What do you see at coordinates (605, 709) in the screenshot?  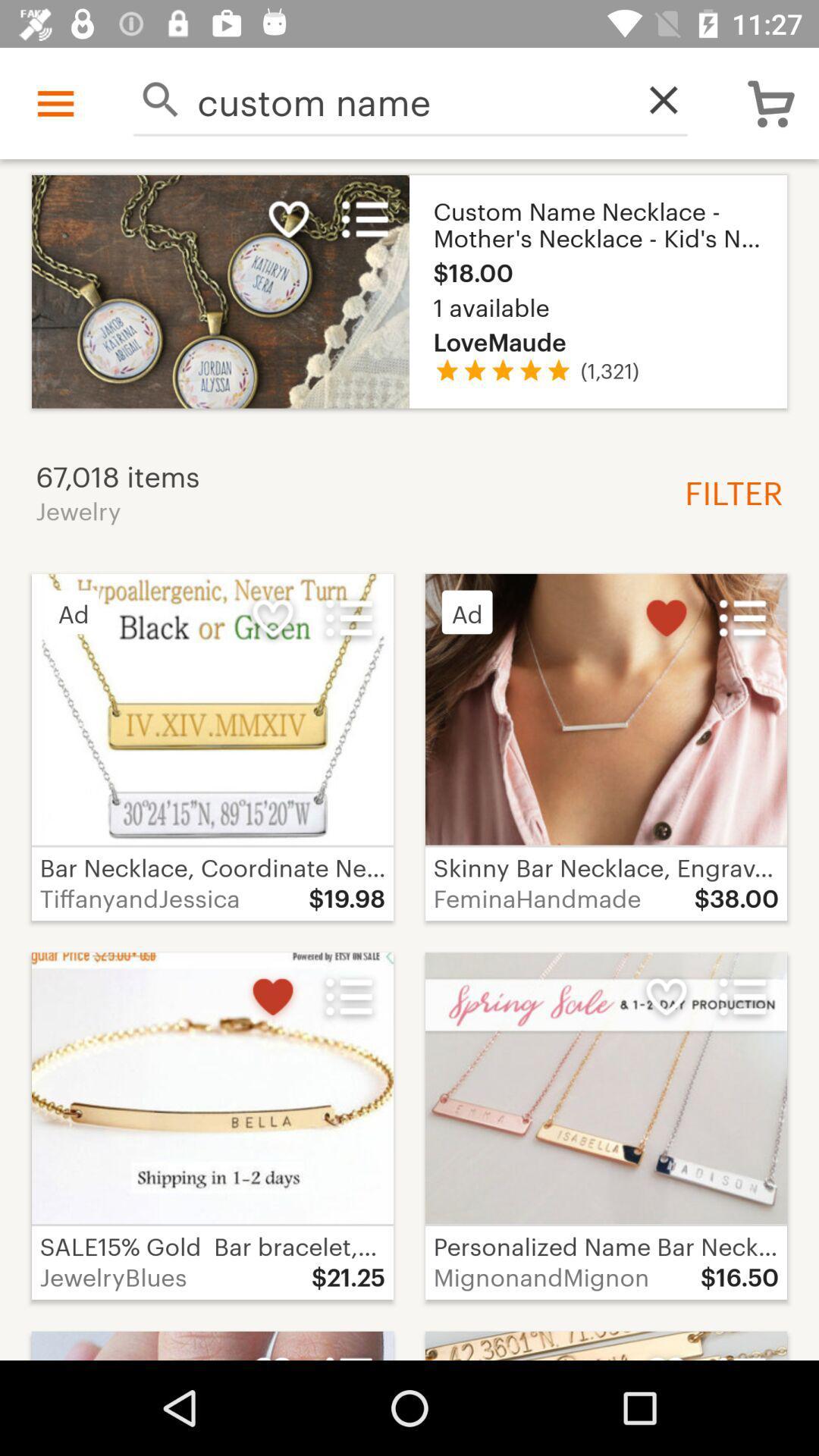 I see `the image below filter` at bounding box center [605, 709].